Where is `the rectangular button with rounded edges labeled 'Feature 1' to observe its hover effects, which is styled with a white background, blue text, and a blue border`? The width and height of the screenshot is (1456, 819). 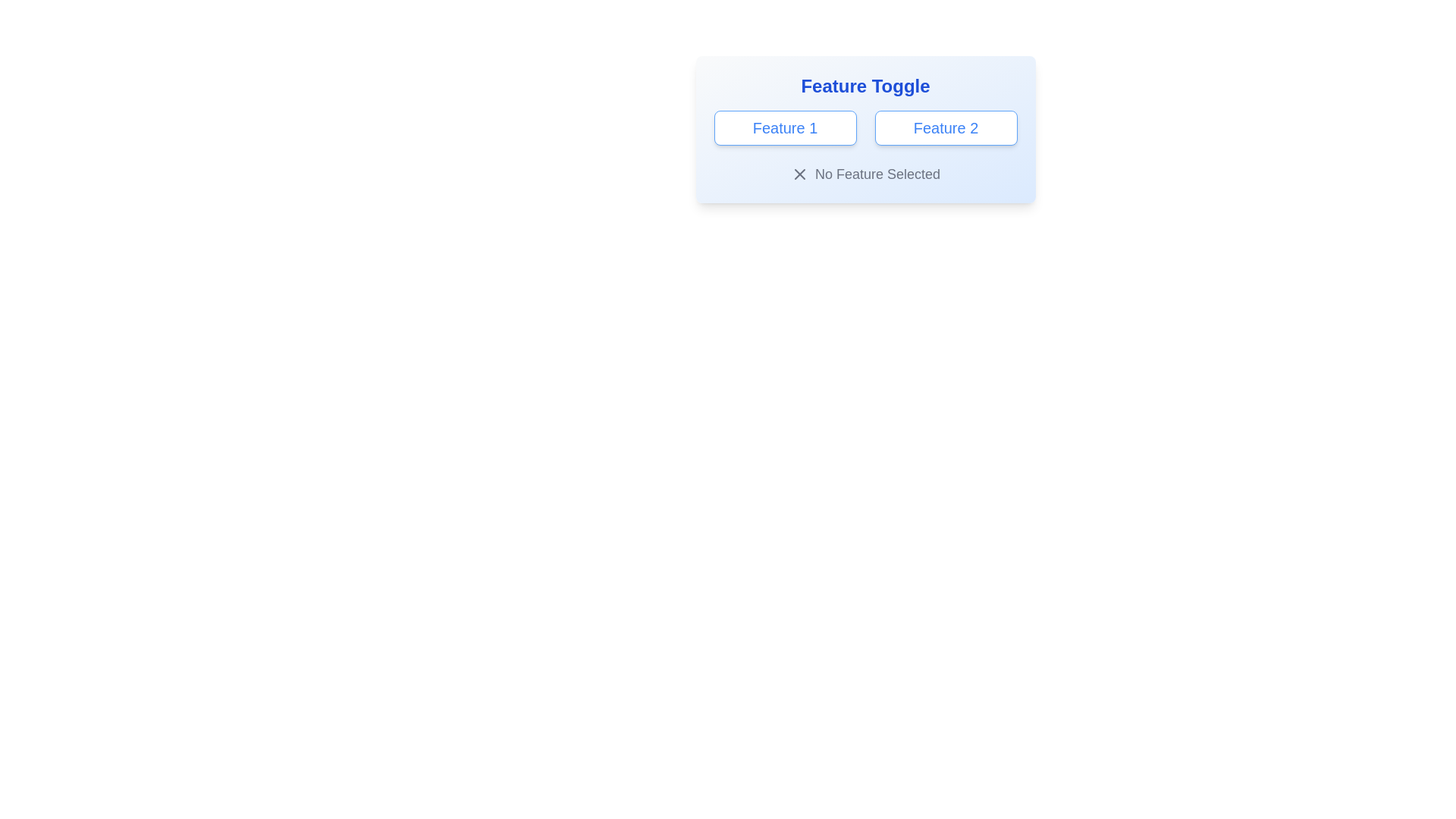
the rectangular button with rounded edges labeled 'Feature 1' to observe its hover effects, which is styled with a white background, blue text, and a blue border is located at coordinates (785, 127).